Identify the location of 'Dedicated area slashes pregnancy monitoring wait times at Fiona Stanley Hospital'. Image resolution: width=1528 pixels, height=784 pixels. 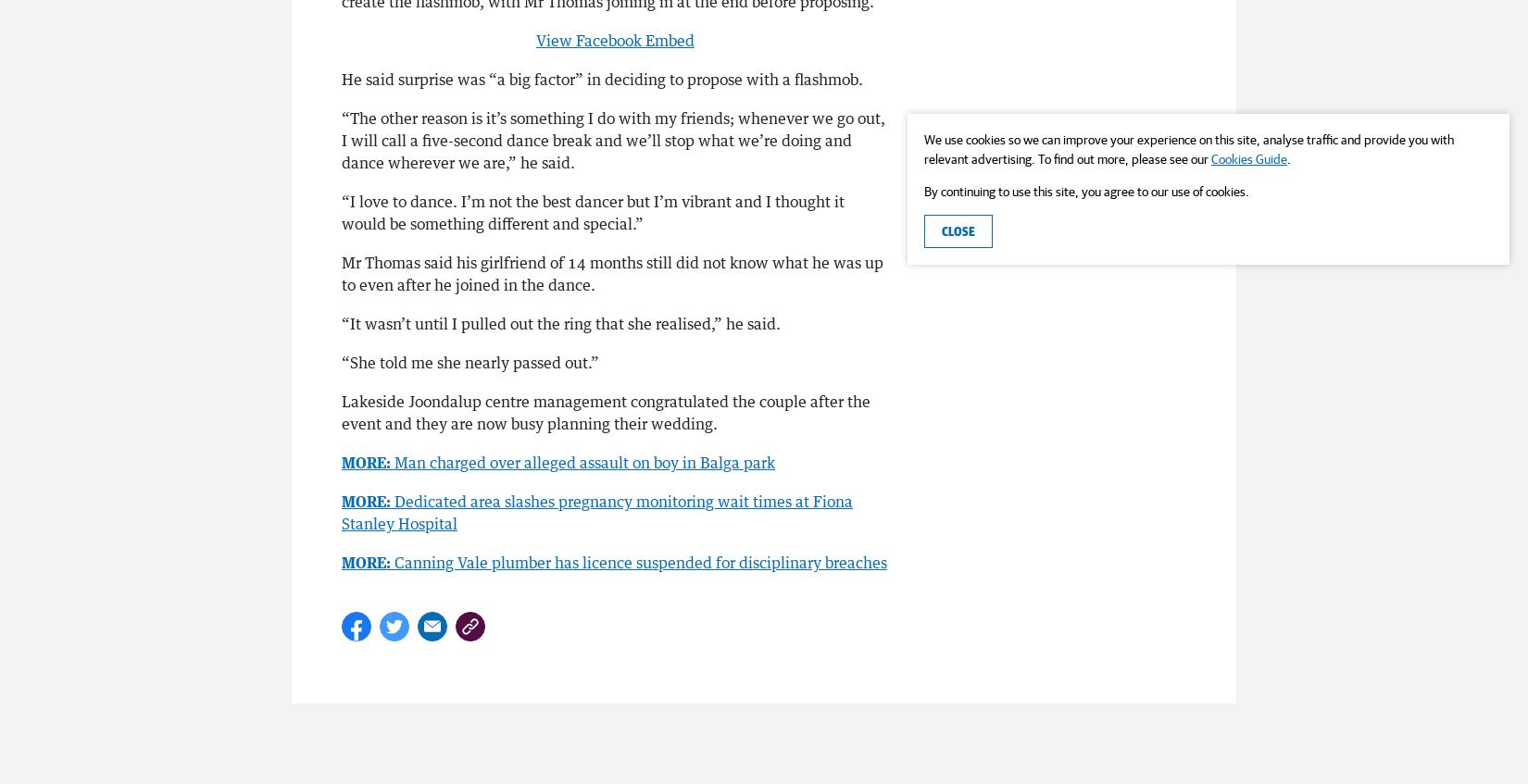
(595, 510).